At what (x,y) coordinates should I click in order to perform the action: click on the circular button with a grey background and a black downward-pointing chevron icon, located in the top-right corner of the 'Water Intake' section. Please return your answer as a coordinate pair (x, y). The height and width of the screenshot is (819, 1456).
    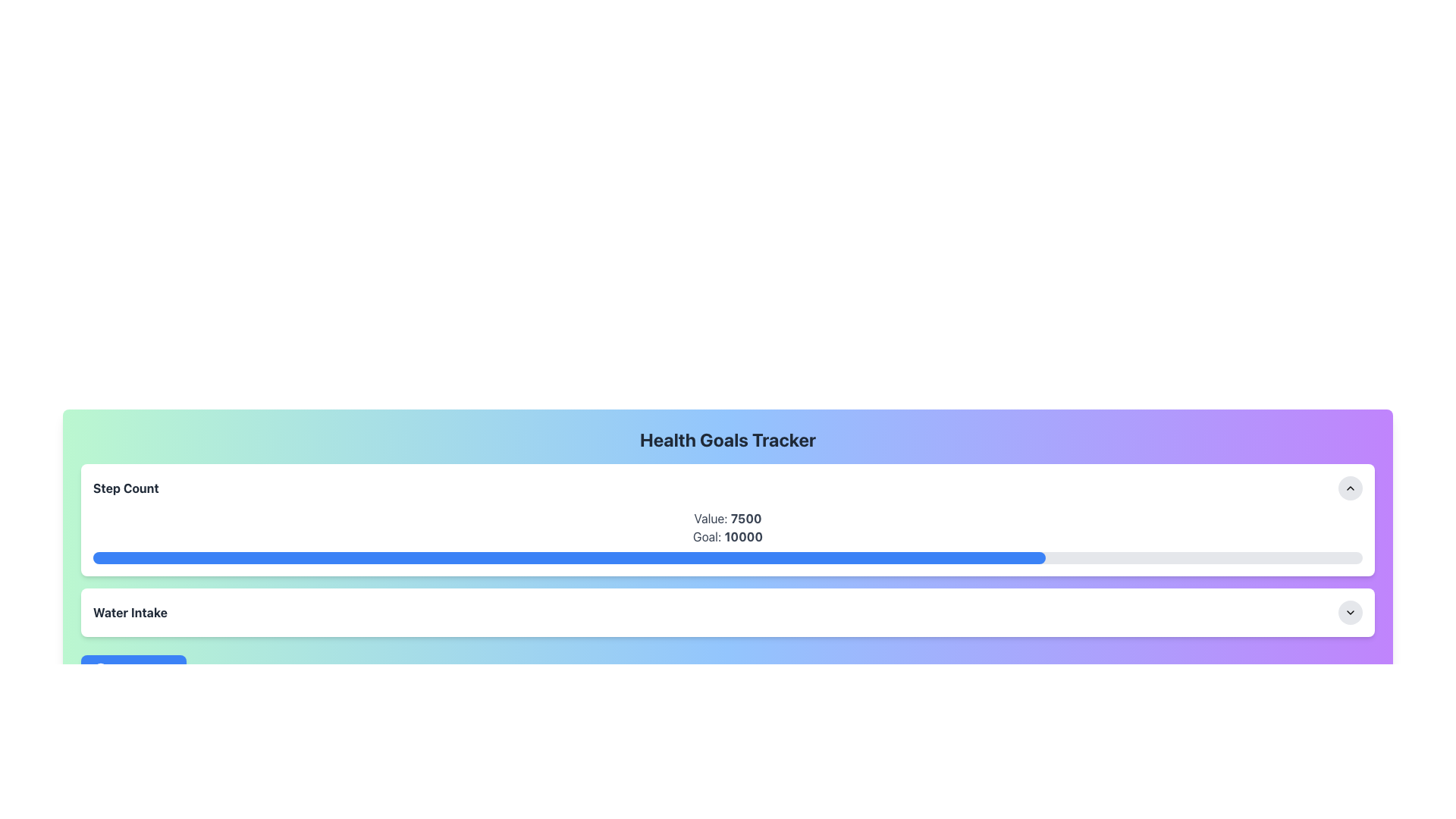
    Looking at the image, I should click on (1350, 611).